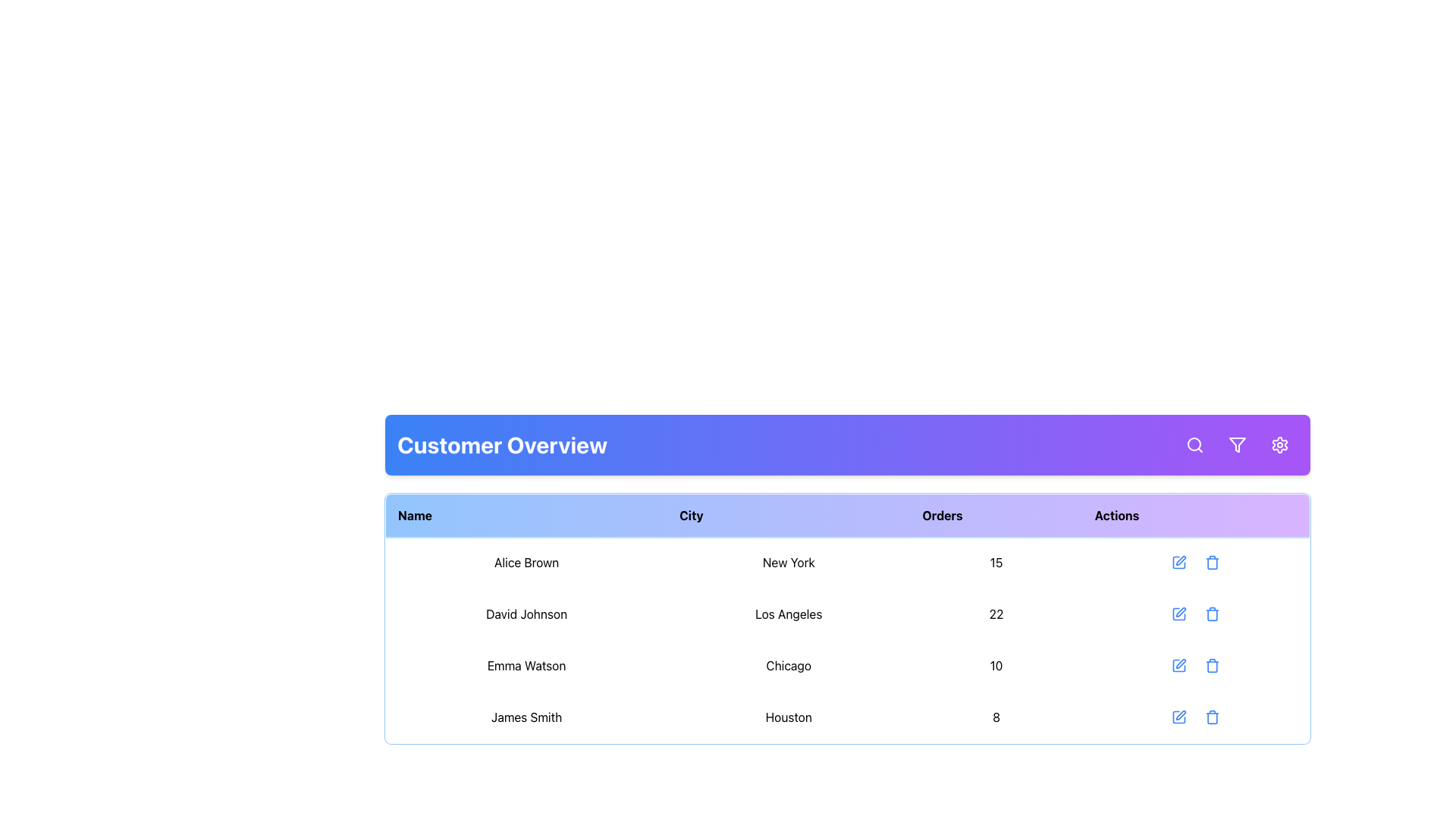 This screenshot has height=819, width=1456. What do you see at coordinates (1180, 611) in the screenshot?
I see `the edit icon located in the actions column of the second row of the table, aligned with the order details of 'David Johnson'` at bounding box center [1180, 611].